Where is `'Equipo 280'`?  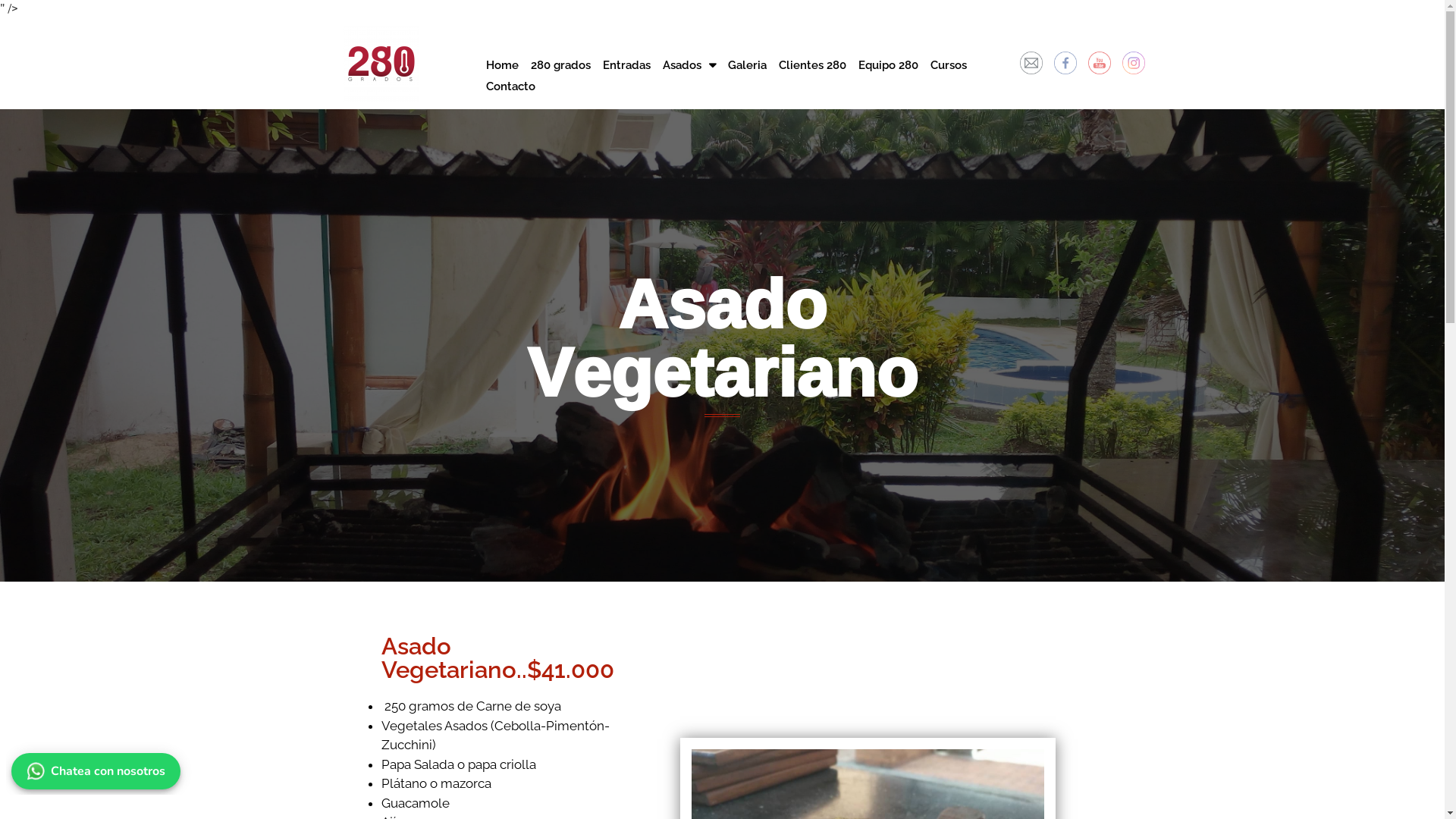 'Equipo 280' is located at coordinates (888, 64).